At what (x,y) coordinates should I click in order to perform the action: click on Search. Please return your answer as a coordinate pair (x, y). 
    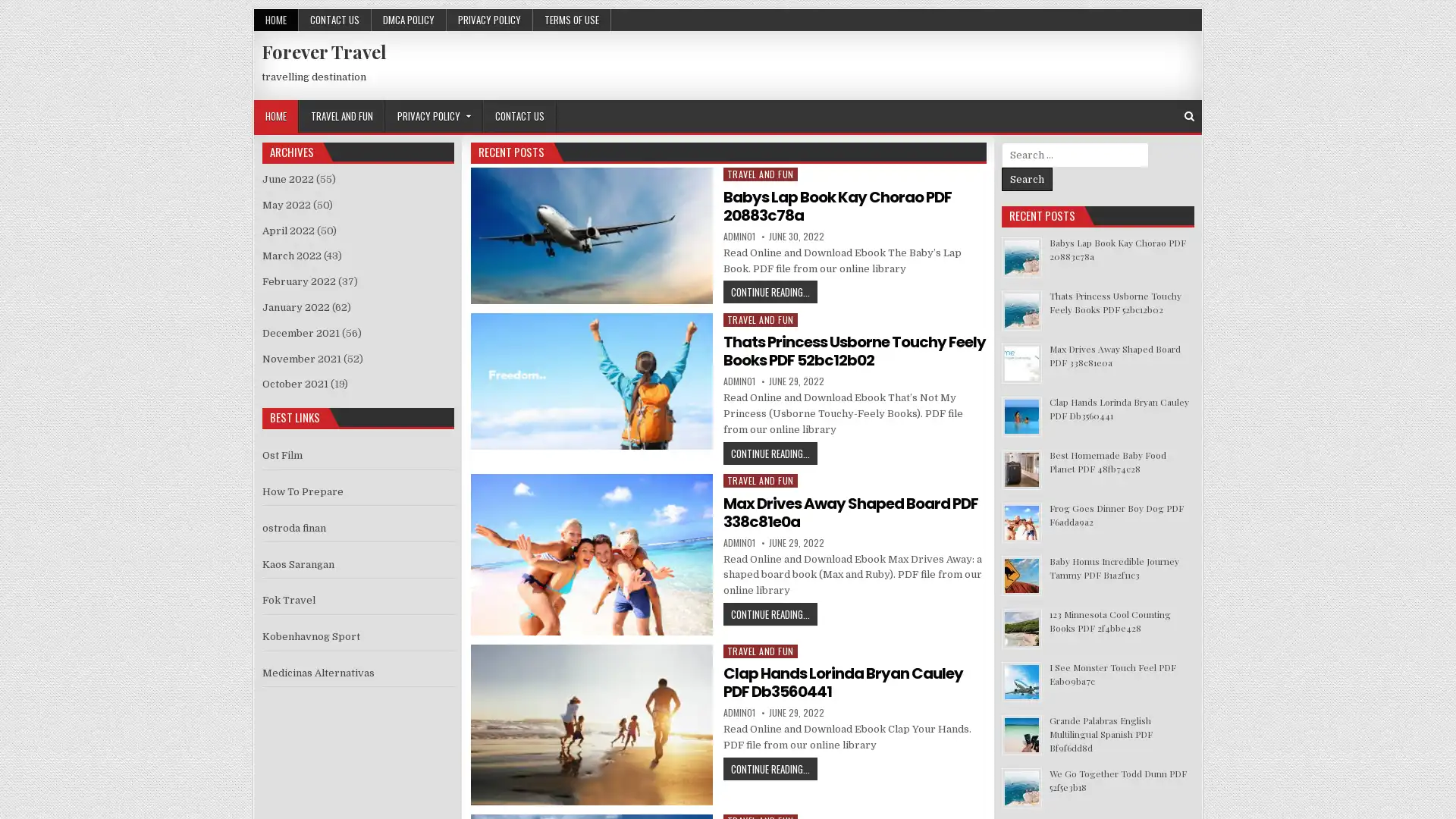
    Looking at the image, I should click on (1027, 178).